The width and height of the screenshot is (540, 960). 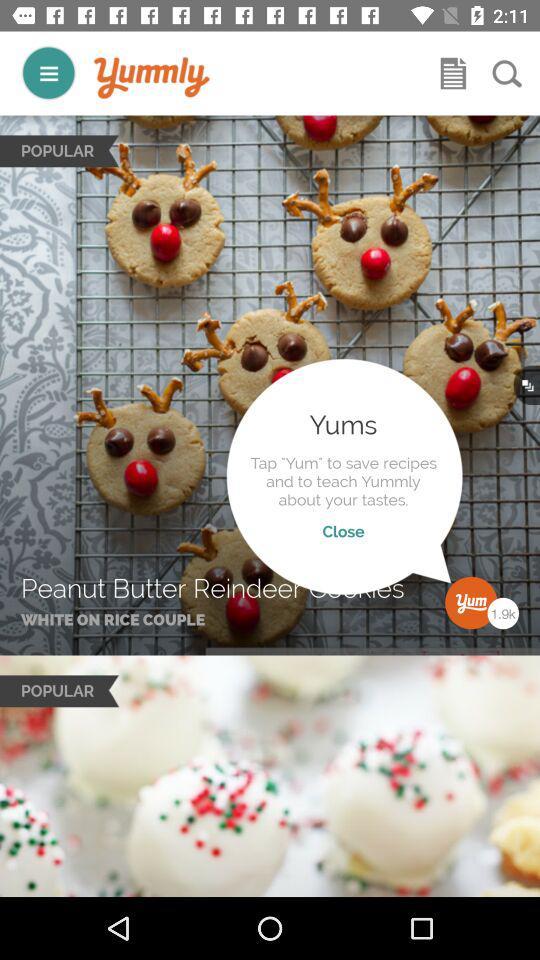 I want to click on menu button, so click(x=48, y=73).